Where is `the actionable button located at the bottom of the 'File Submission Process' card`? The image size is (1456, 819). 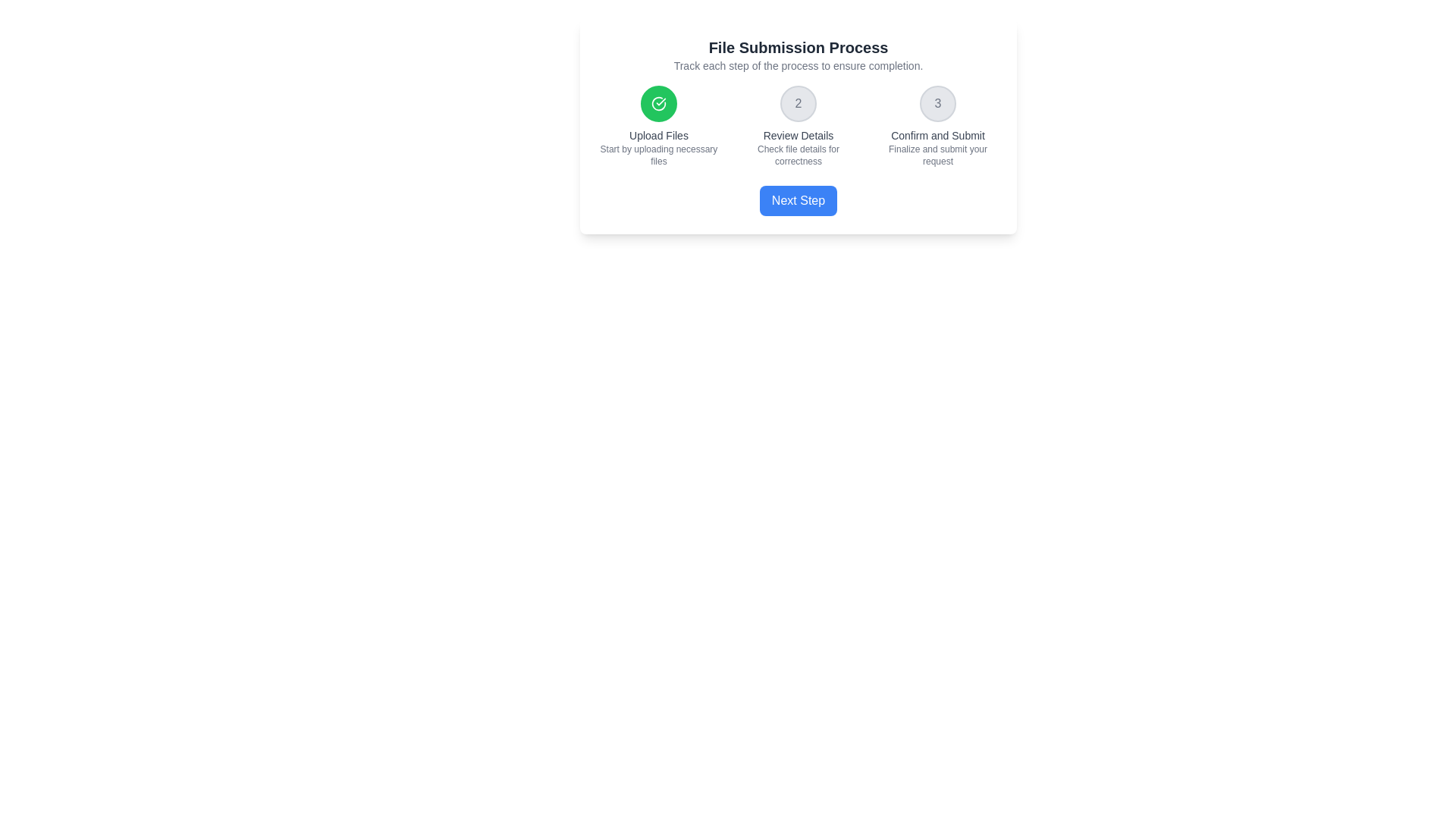
the actionable button located at the bottom of the 'File Submission Process' card is located at coordinates (797, 200).